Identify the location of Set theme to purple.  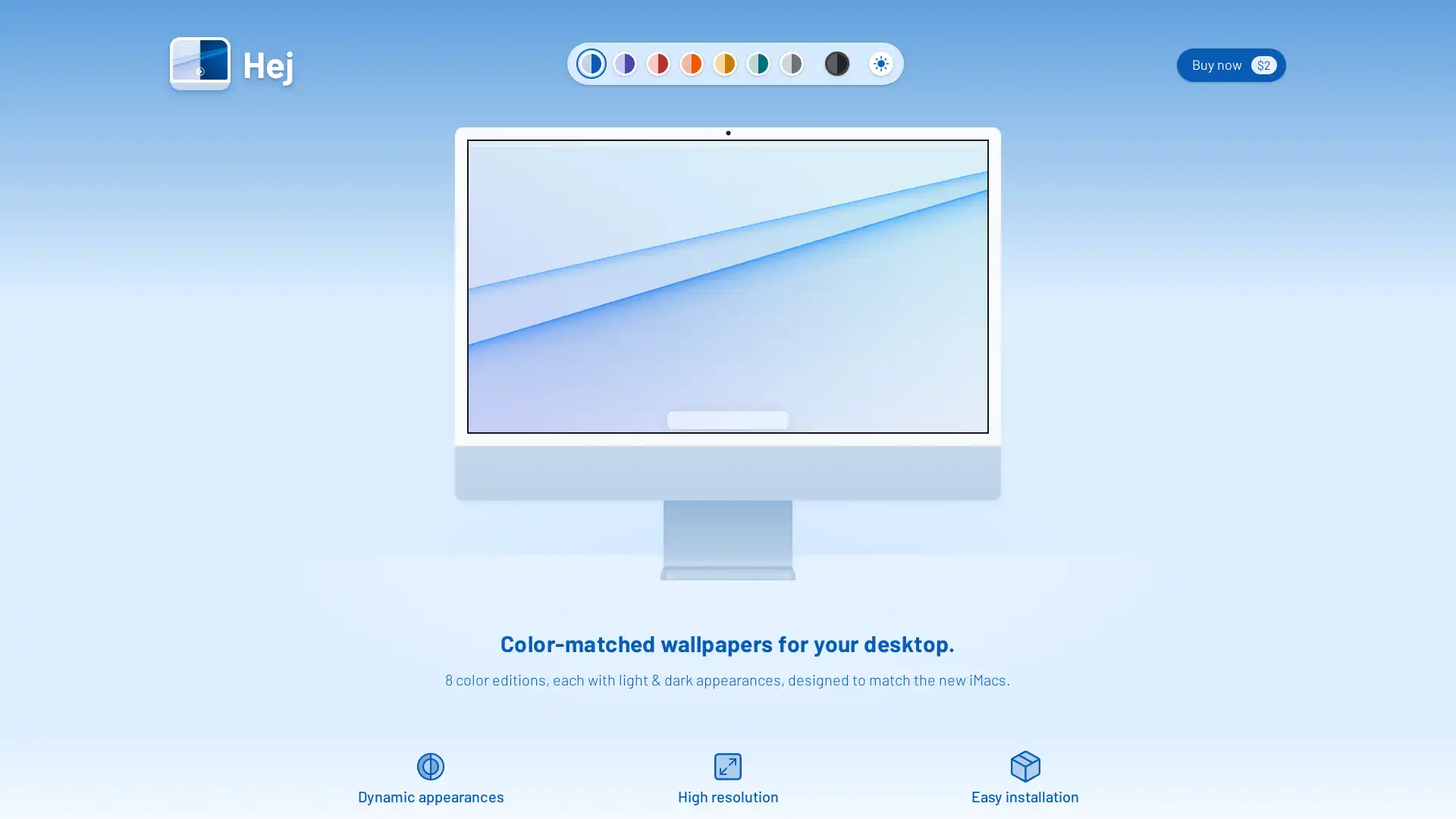
(625, 63).